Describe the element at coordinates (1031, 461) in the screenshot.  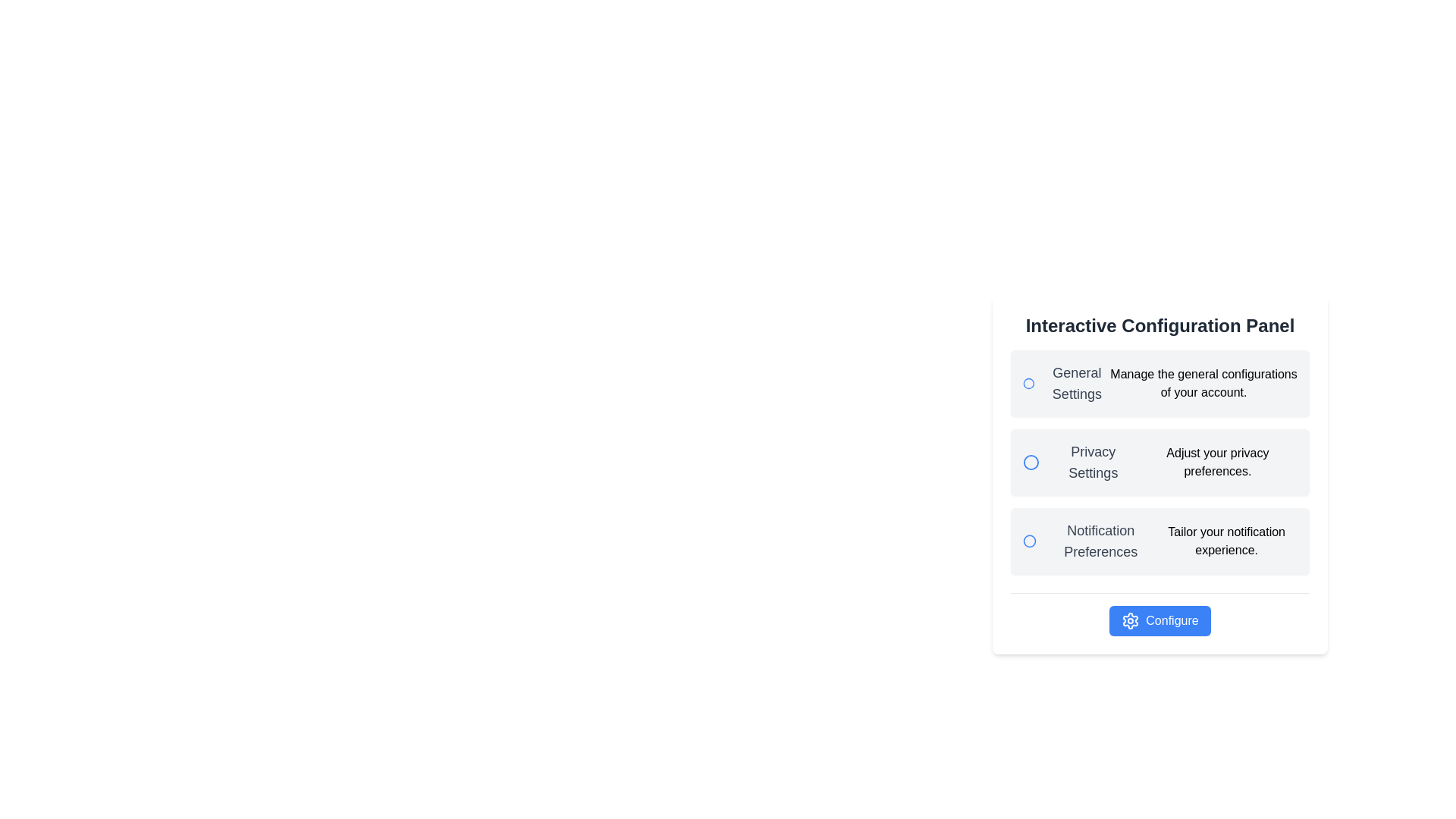
I see `the circular graphical component in the second row of the configuration panel next to the 'Privacy Settings' label` at that location.